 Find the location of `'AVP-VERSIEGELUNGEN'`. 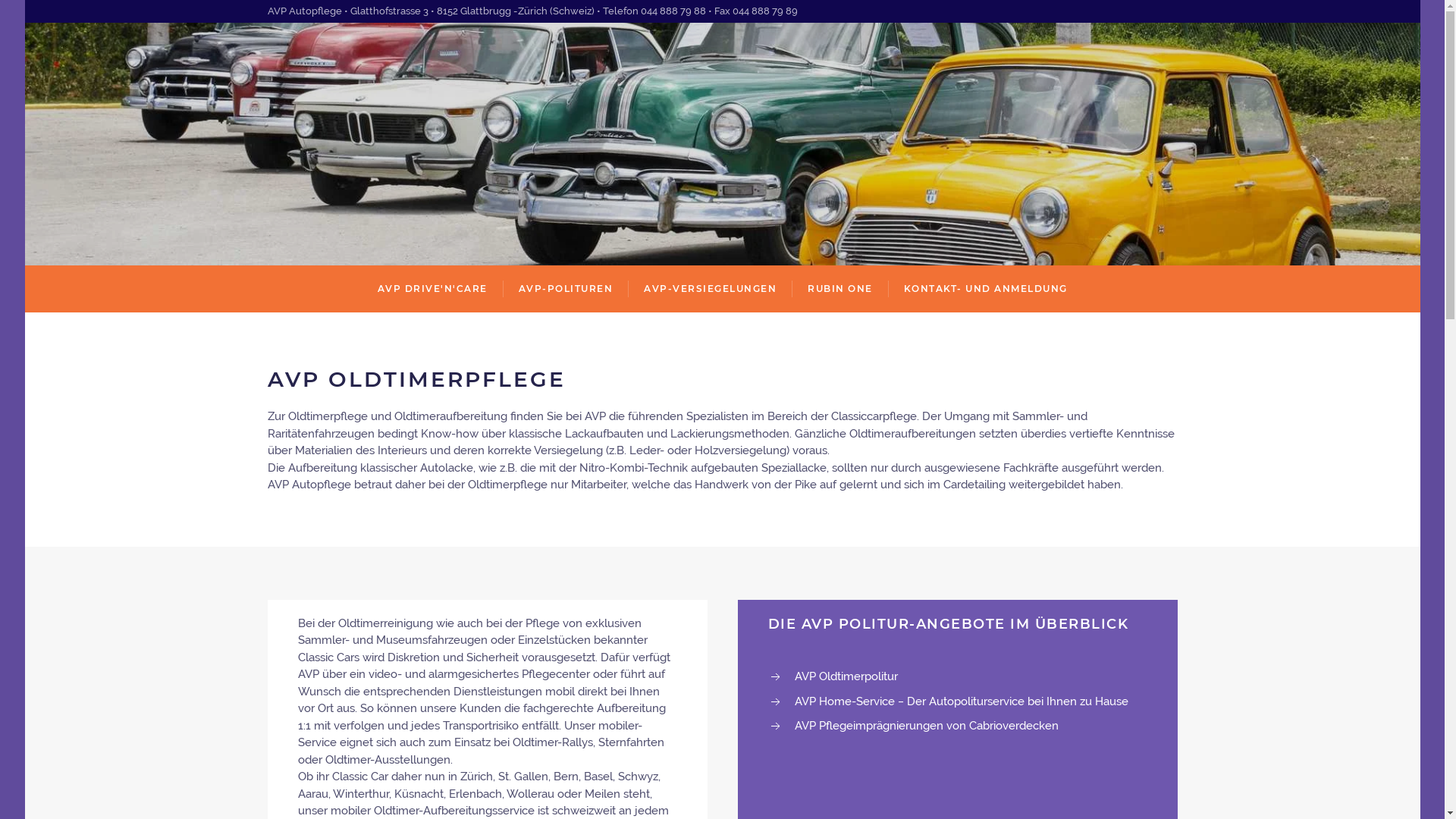

'AVP-VERSIEGELUNGEN' is located at coordinates (709, 289).